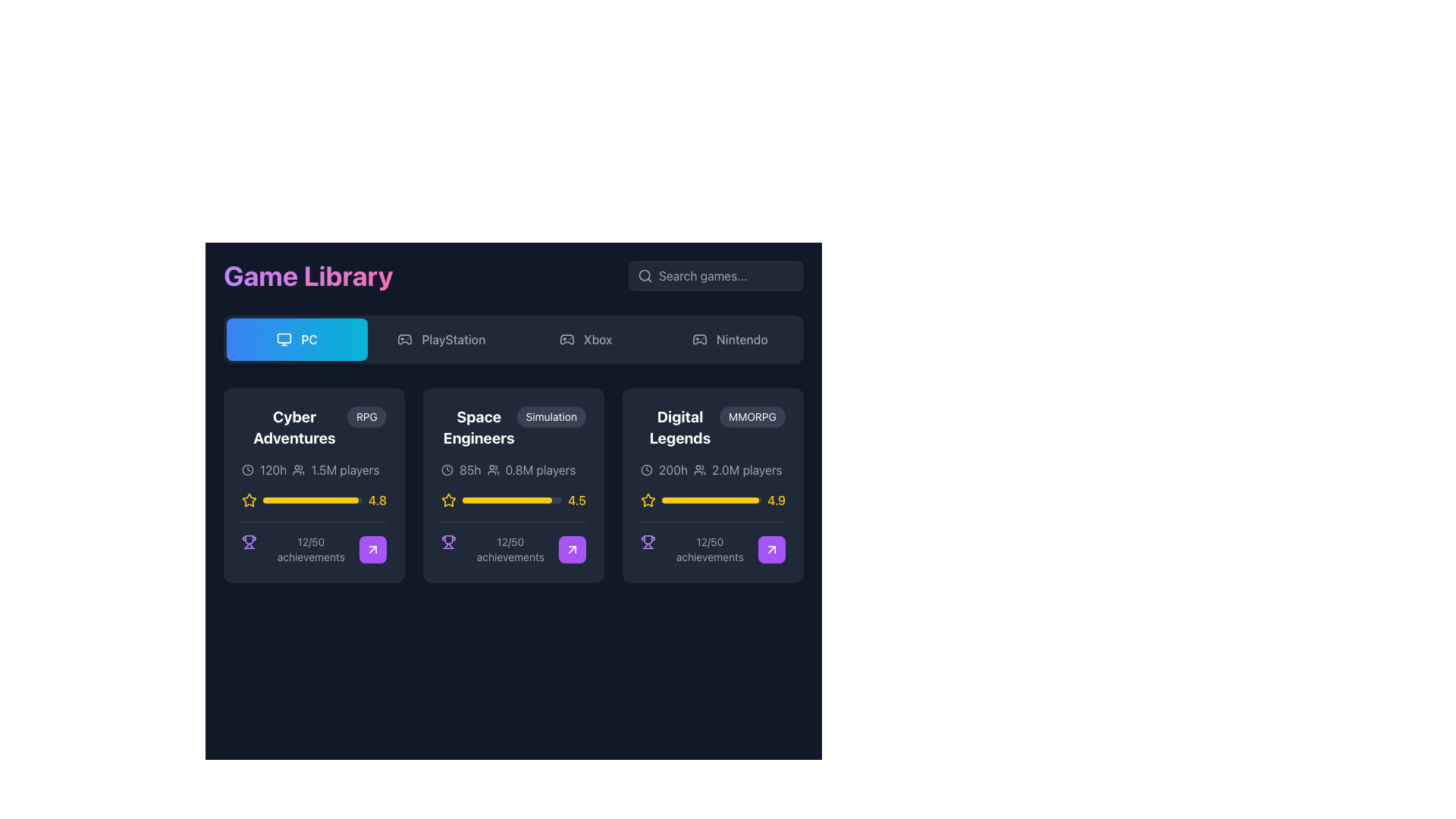  Describe the element at coordinates (247, 469) in the screenshot. I see `the circular outline of the clock icon, which is part of the clock face graphic` at that location.